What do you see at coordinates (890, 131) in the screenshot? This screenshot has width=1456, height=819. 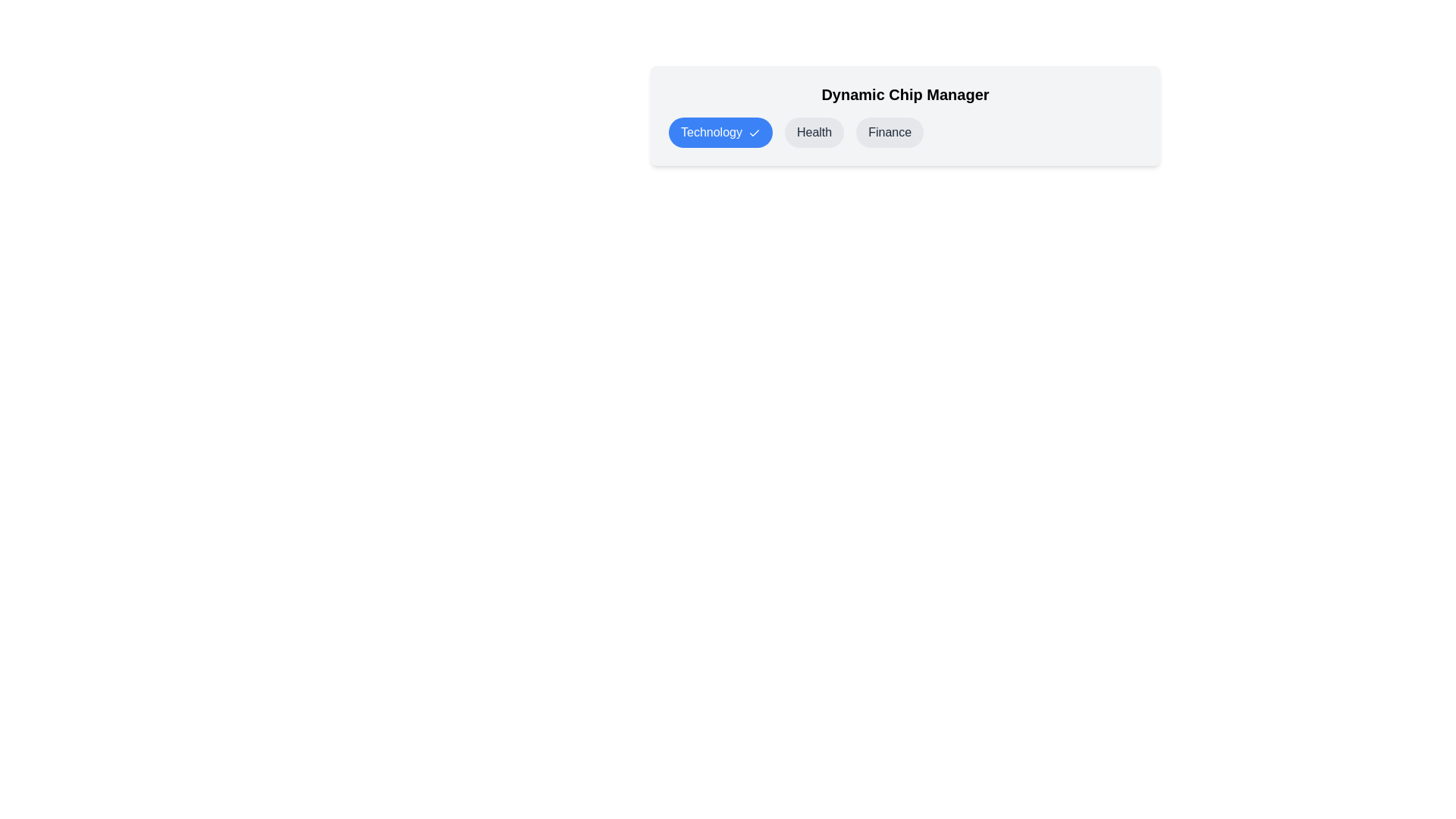 I see `the chip labeled Finance to toggle its state` at bounding box center [890, 131].